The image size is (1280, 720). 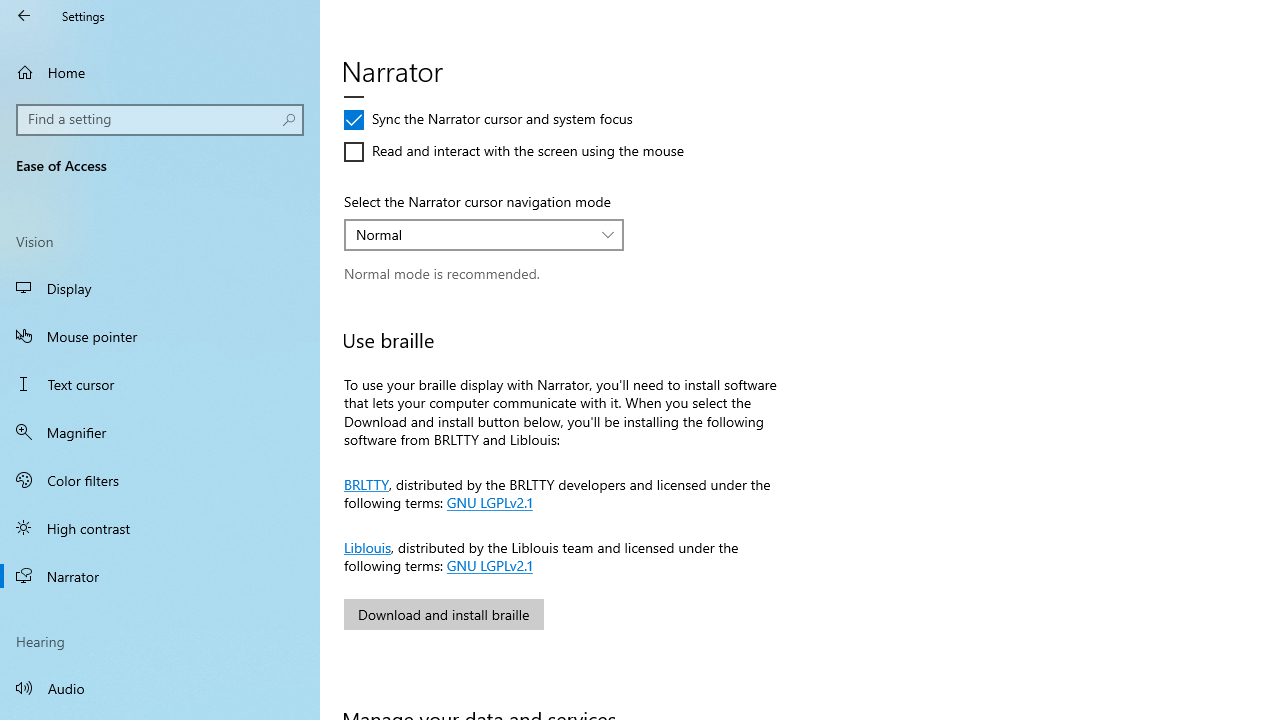 I want to click on 'Select the Narrator cursor navigation mode', so click(x=484, y=234).